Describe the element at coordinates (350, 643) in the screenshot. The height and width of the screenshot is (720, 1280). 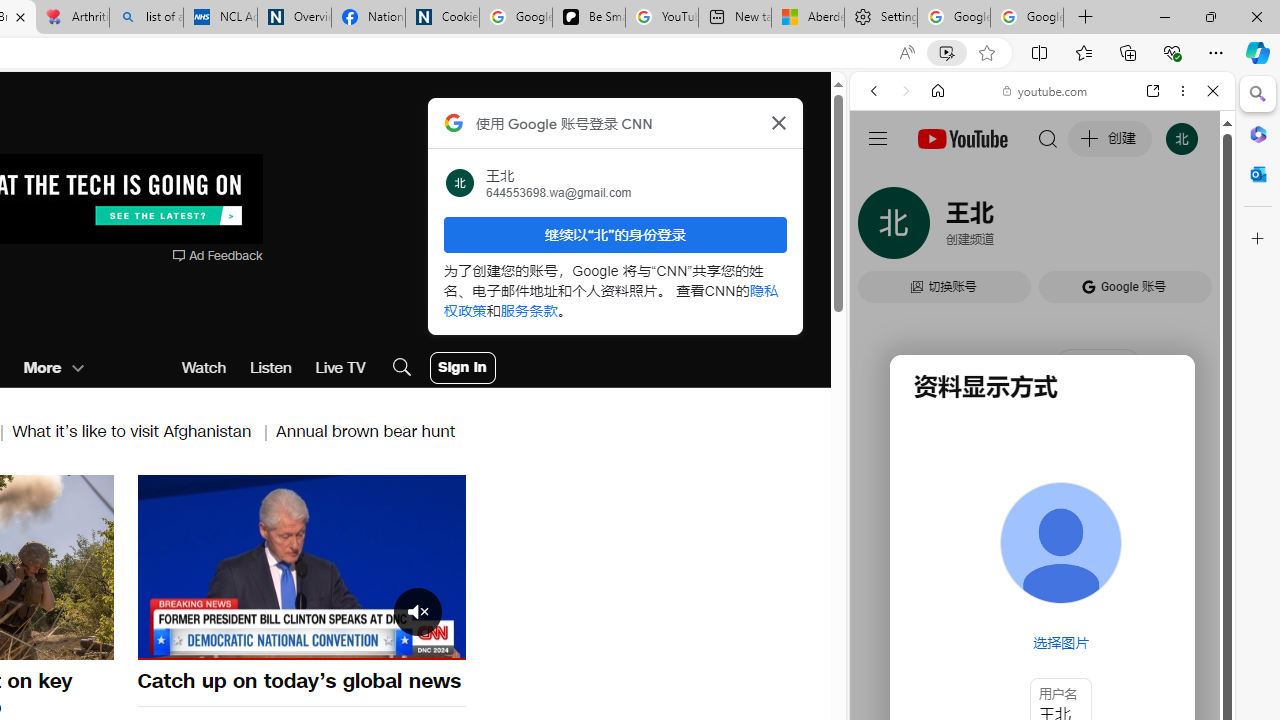
I see `'Captions Unavailable'` at that location.